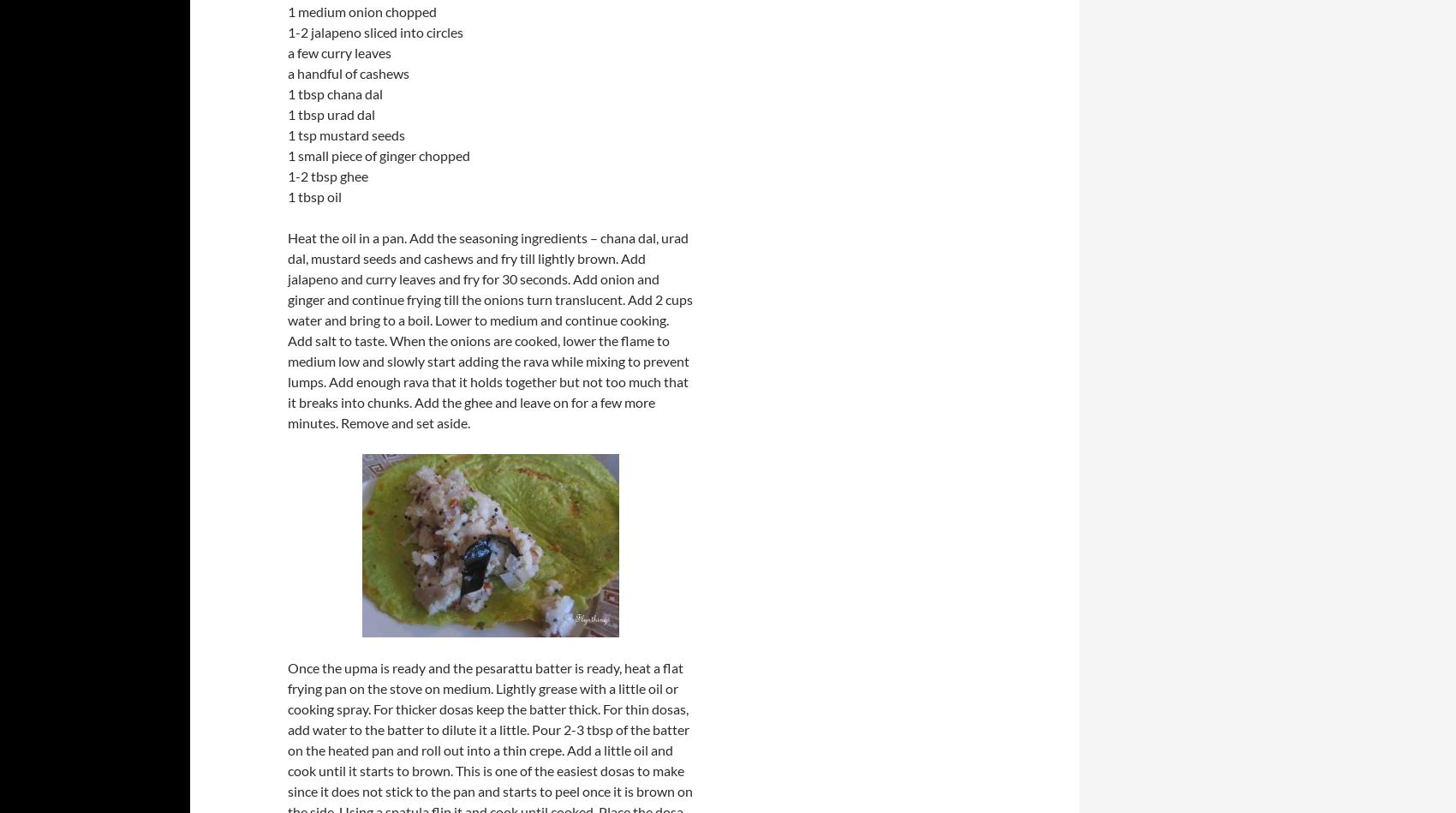  Describe the element at coordinates (330, 114) in the screenshot. I see `'1 tbsp urad dal'` at that location.